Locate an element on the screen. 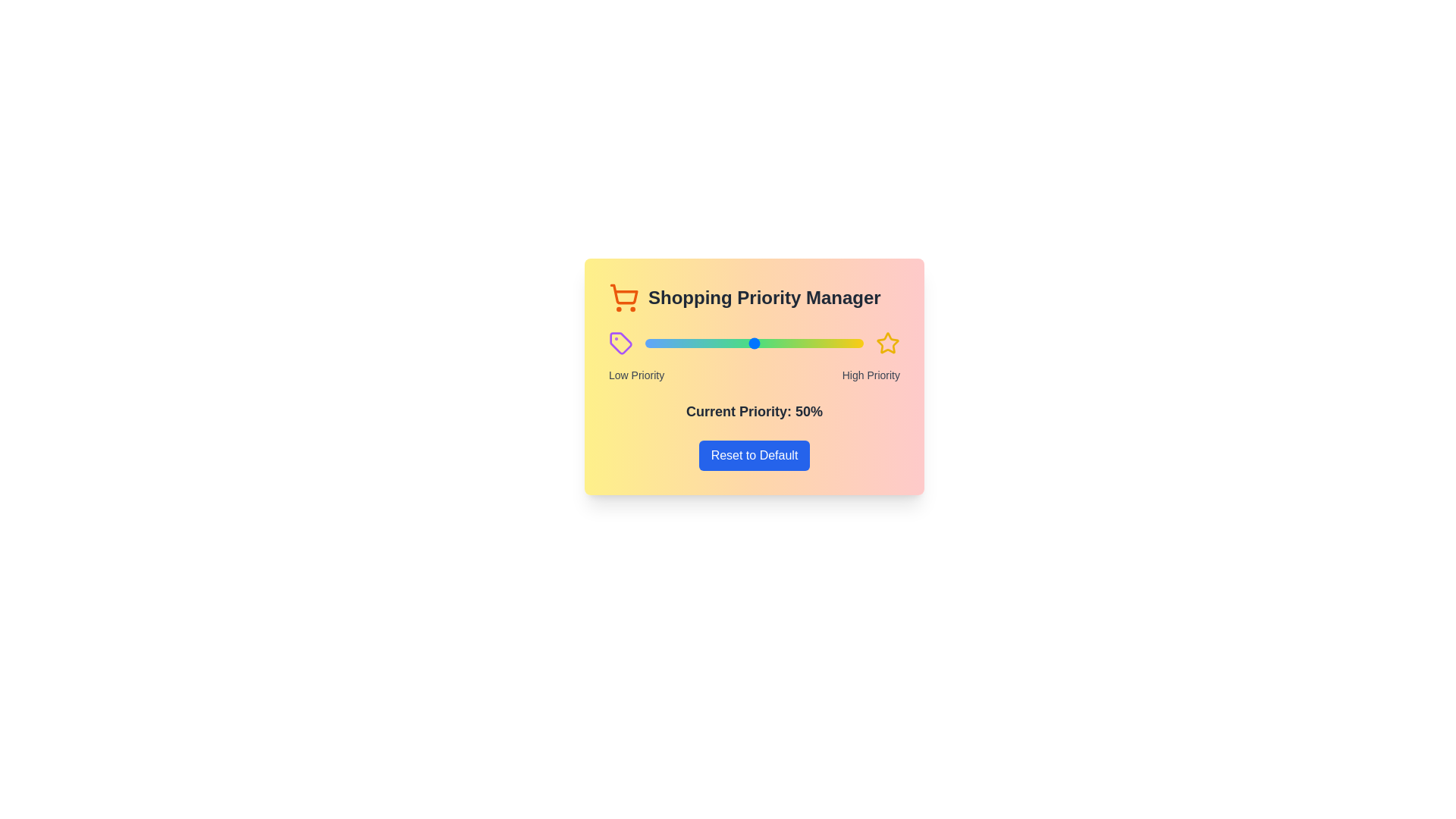 This screenshot has height=819, width=1456. the 'Reset to Default' button is located at coordinates (754, 455).